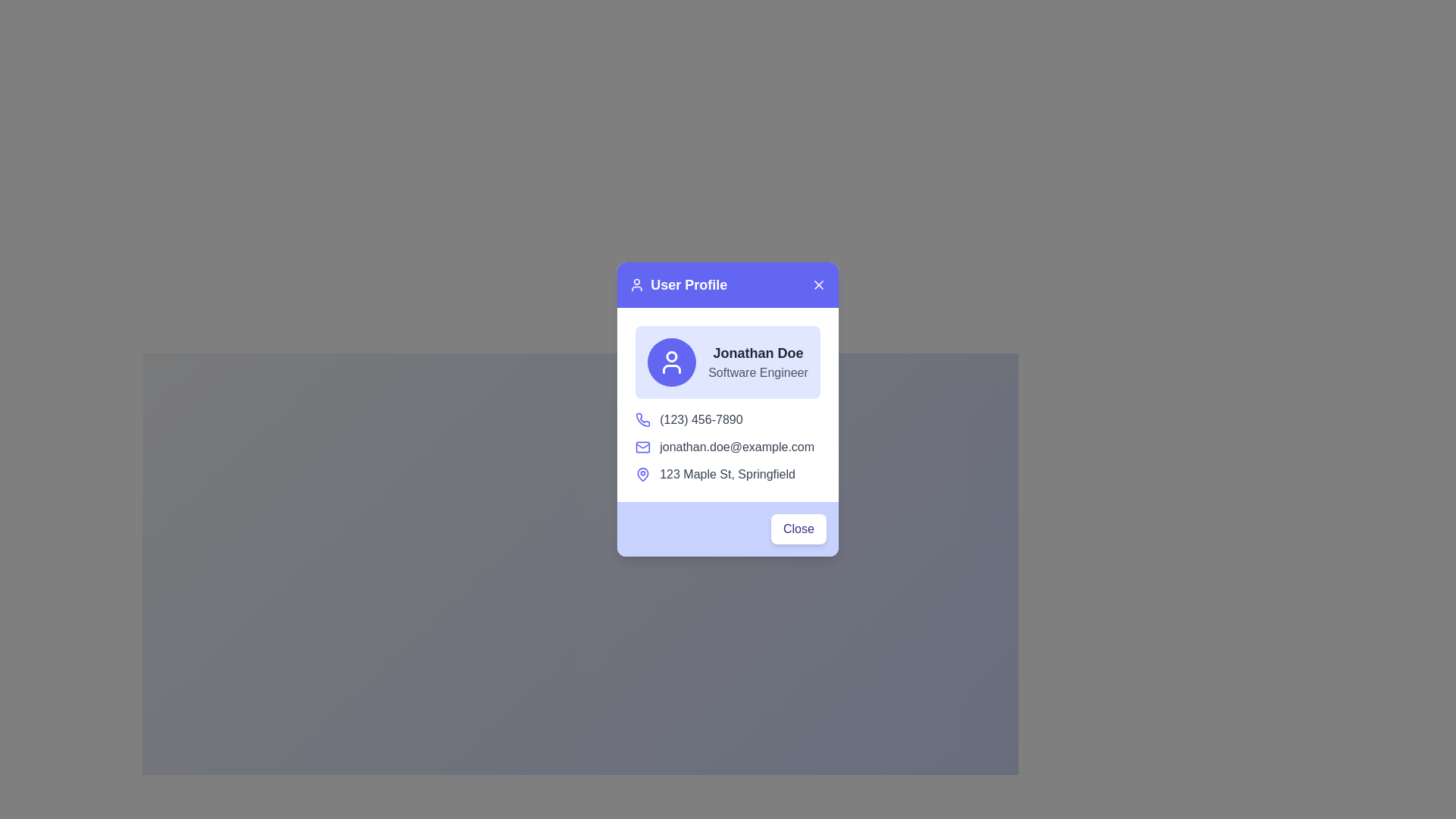 Image resolution: width=1456 pixels, height=819 pixels. What do you see at coordinates (758, 353) in the screenshot?
I see `the text label styled as a title displaying 'Jonathan Doe' within the 'User Profile' modal dialog` at bounding box center [758, 353].